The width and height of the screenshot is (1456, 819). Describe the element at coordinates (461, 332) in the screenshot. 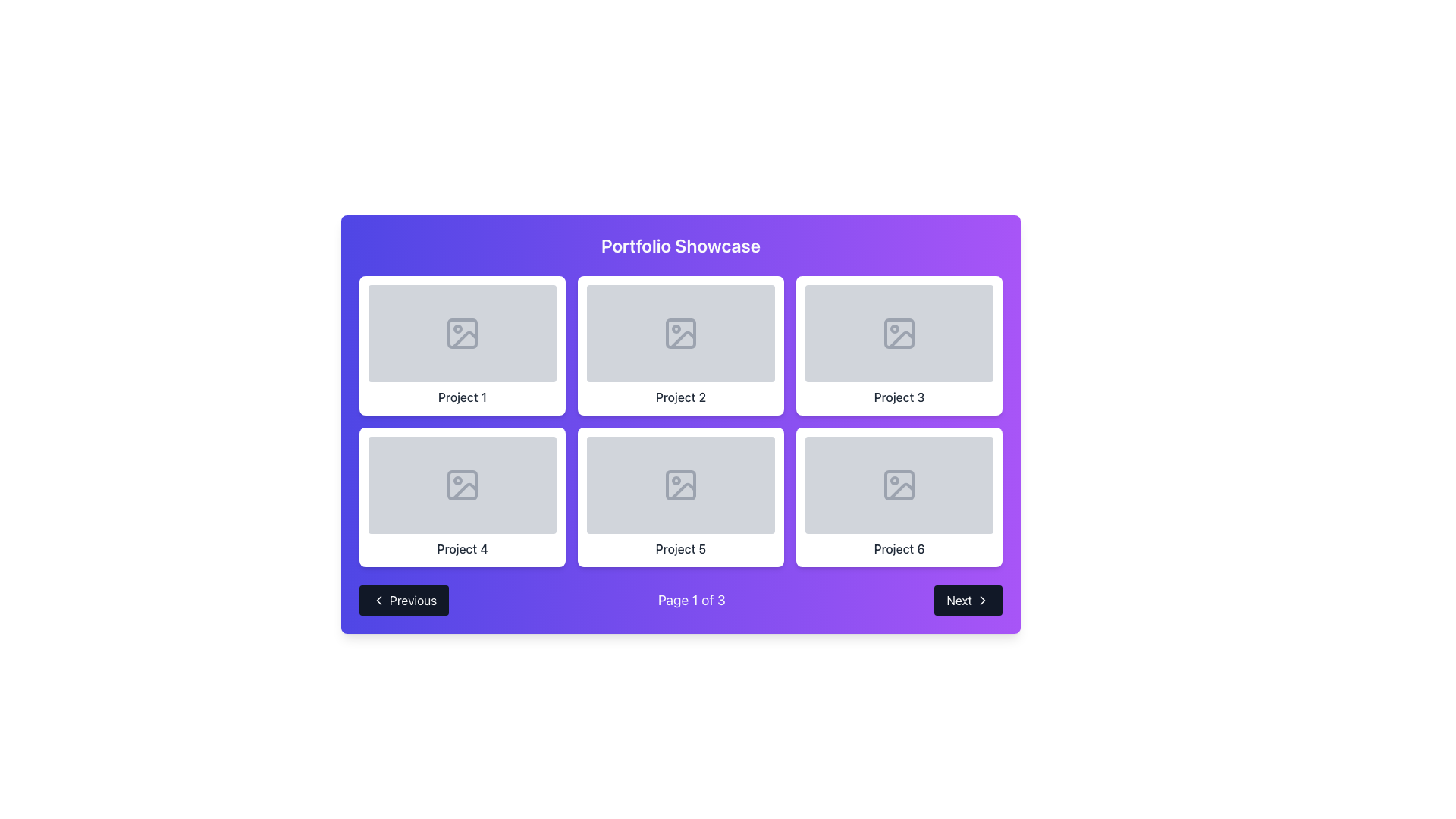

I see `the image placeholder icon located in the top-half center of the 'Project 1' card` at that location.